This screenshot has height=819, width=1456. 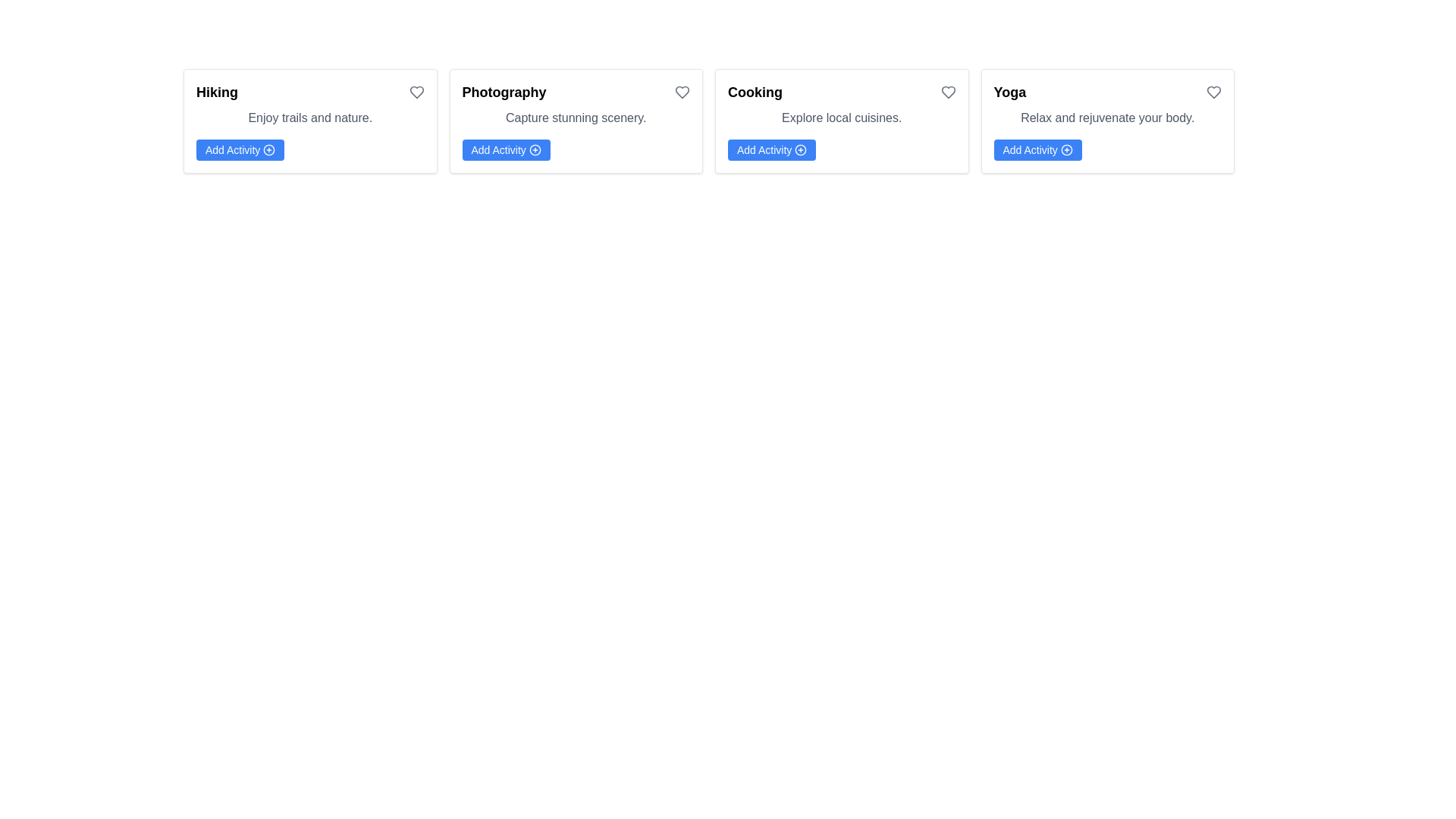 What do you see at coordinates (755, 93) in the screenshot?
I see `prominent 'Cooking' text element, which is the title of the third card in a horizontally aligned list of cards` at bounding box center [755, 93].